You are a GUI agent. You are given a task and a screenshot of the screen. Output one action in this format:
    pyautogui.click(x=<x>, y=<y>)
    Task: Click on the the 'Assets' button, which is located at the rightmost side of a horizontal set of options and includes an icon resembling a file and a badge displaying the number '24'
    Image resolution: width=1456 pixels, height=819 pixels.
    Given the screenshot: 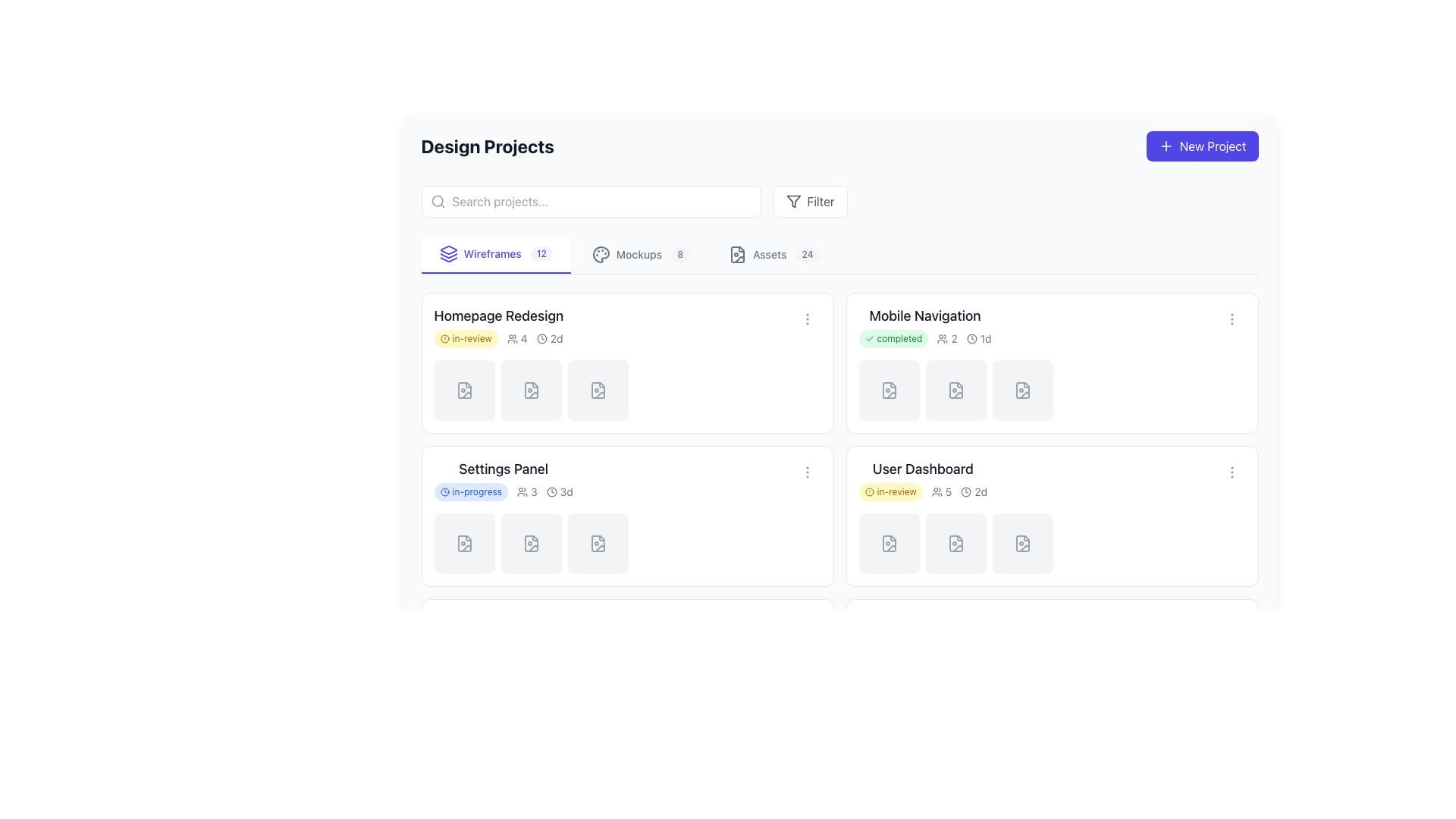 What is the action you would take?
    pyautogui.click(x=773, y=253)
    